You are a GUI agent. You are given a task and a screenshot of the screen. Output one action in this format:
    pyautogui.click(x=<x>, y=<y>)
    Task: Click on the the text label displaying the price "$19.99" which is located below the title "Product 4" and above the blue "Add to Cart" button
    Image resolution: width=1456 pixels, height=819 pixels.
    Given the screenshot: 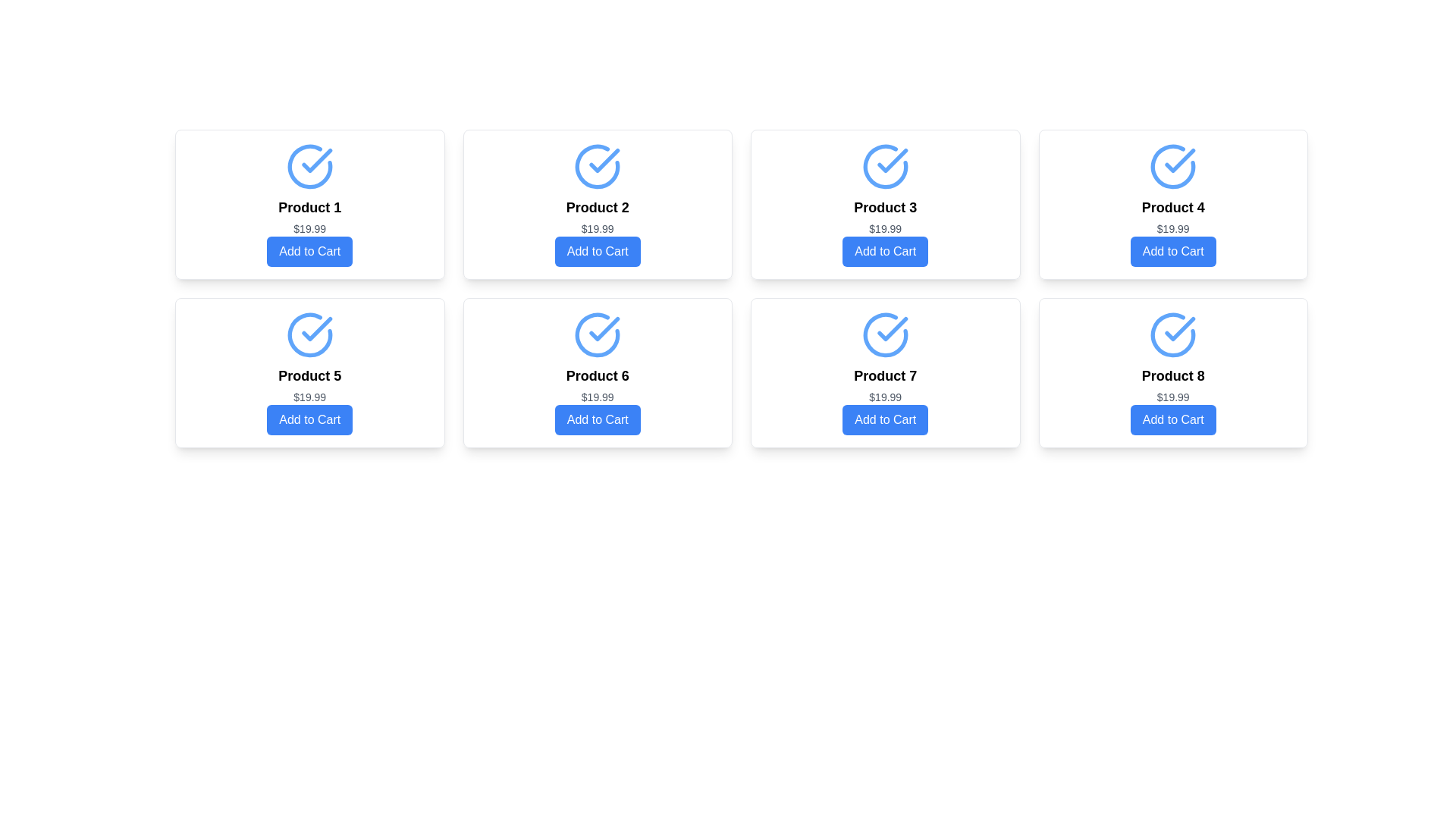 What is the action you would take?
    pyautogui.click(x=1172, y=228)
    